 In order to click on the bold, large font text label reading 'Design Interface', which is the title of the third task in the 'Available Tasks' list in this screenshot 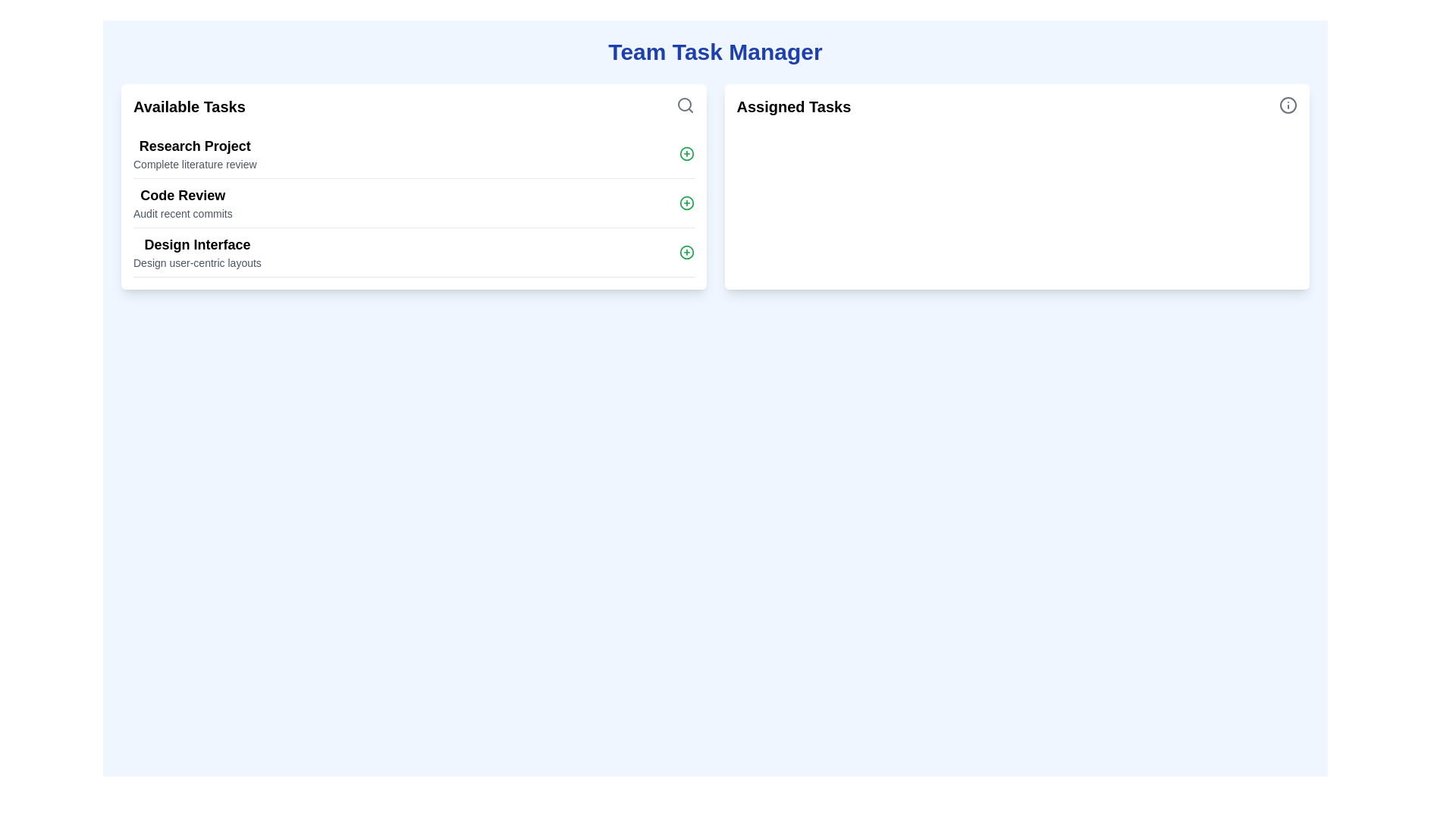, I will do `click(196, 244)`.